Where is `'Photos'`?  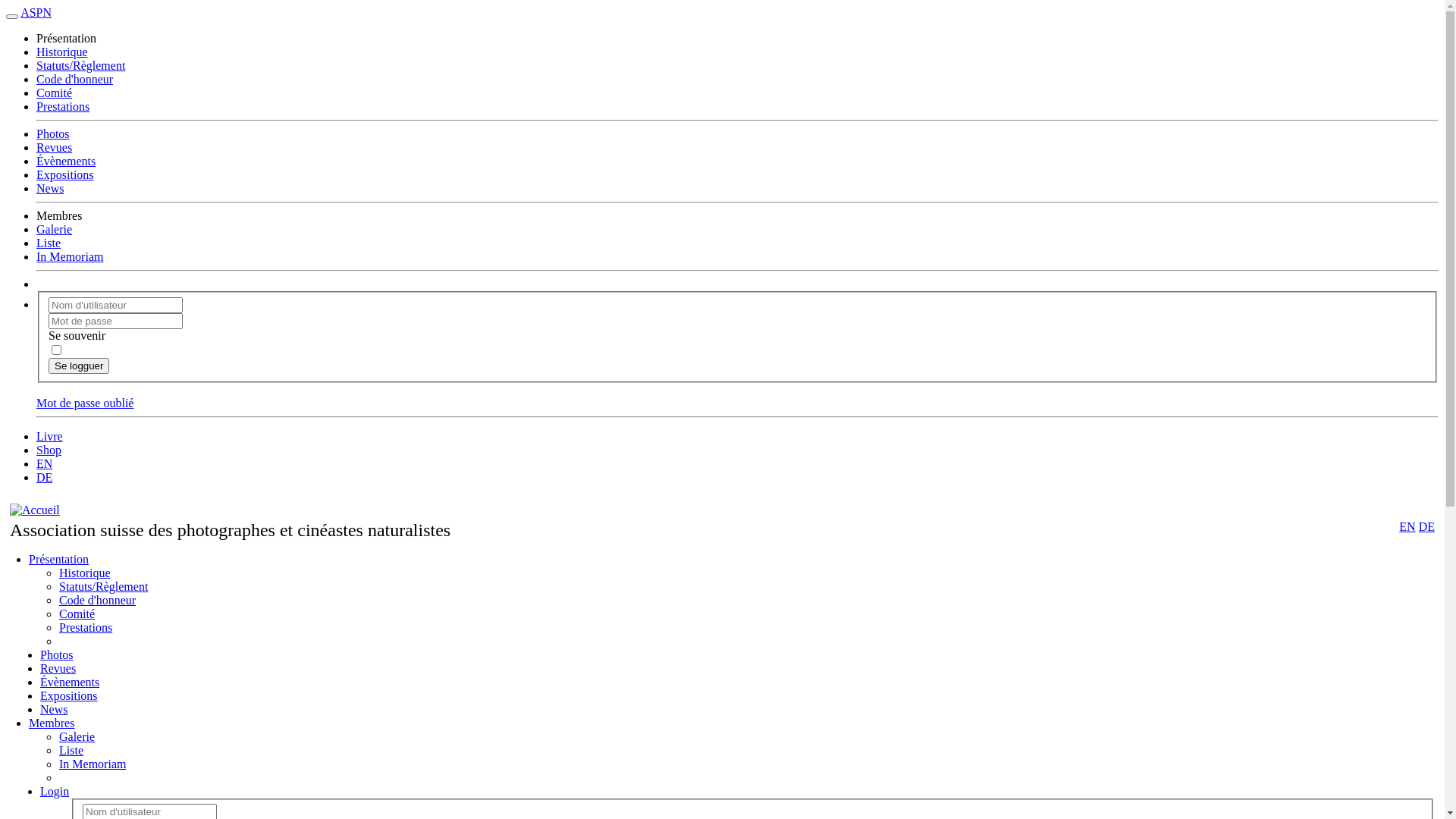
'Photos' is located at coordinates (57, 654).